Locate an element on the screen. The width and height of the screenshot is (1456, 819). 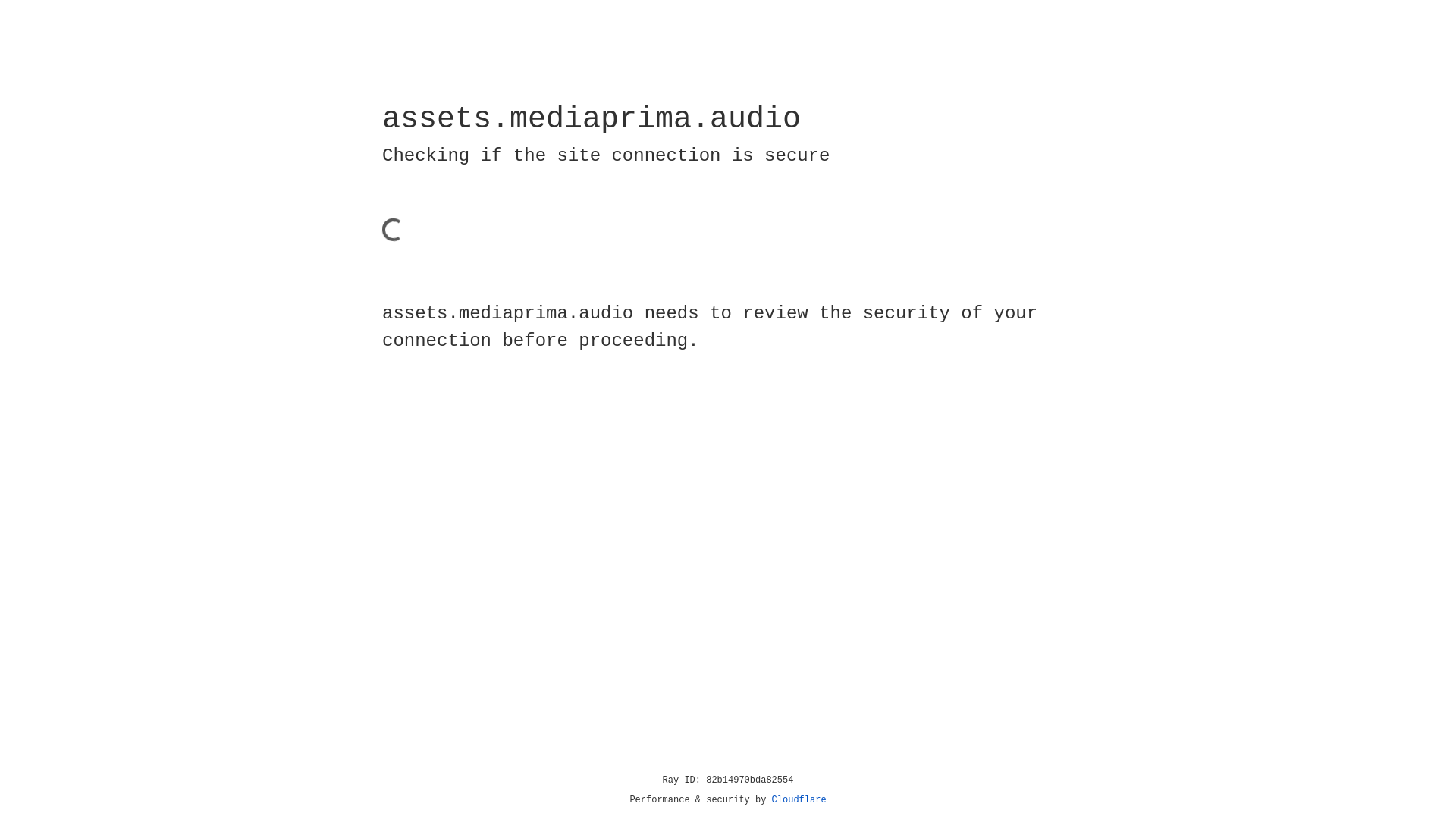
'Cloudflare' is located at coordinates (799, 799).